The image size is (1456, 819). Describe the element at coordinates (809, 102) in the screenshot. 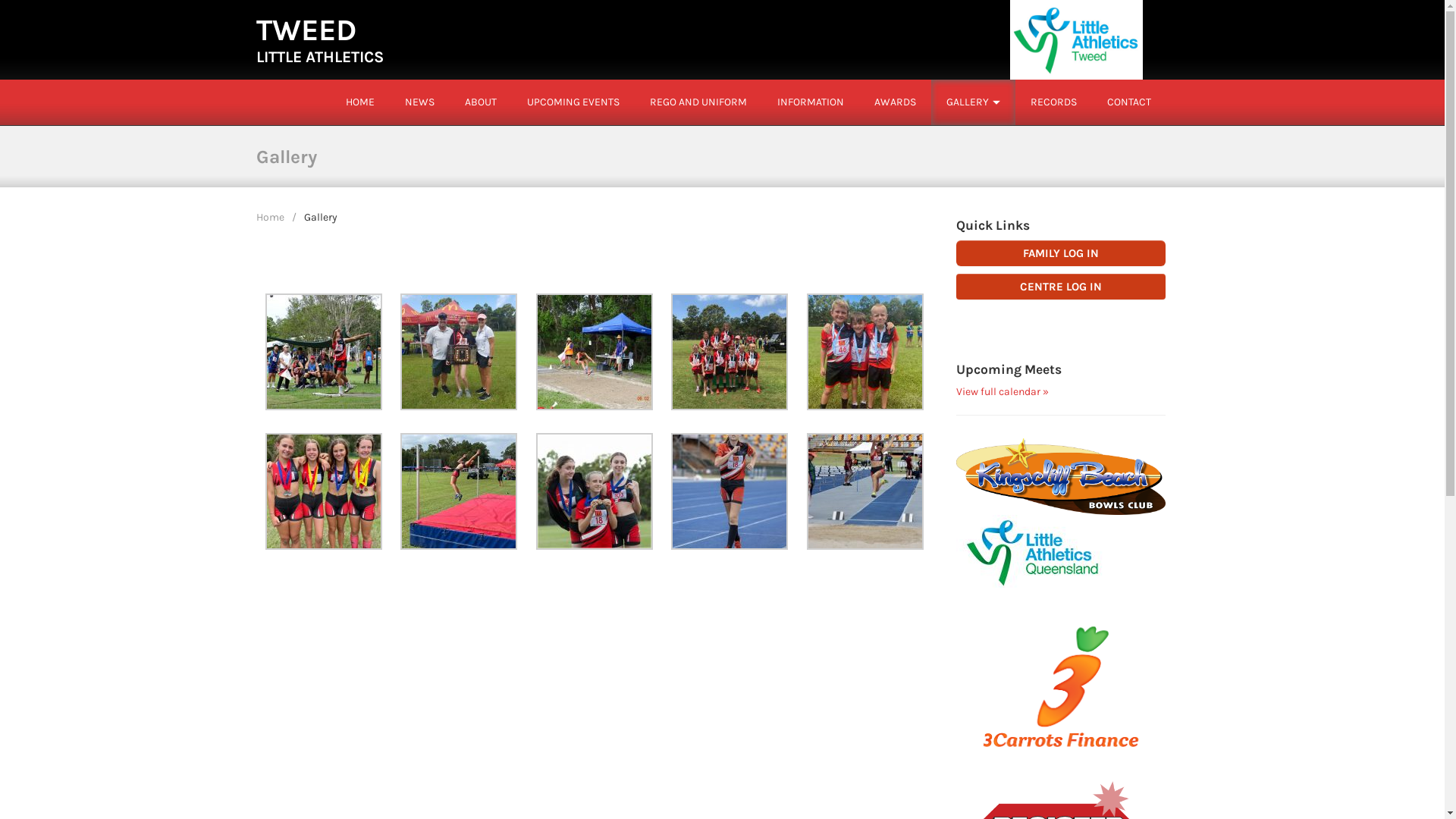

I see `'INFORMATION'` at that location.